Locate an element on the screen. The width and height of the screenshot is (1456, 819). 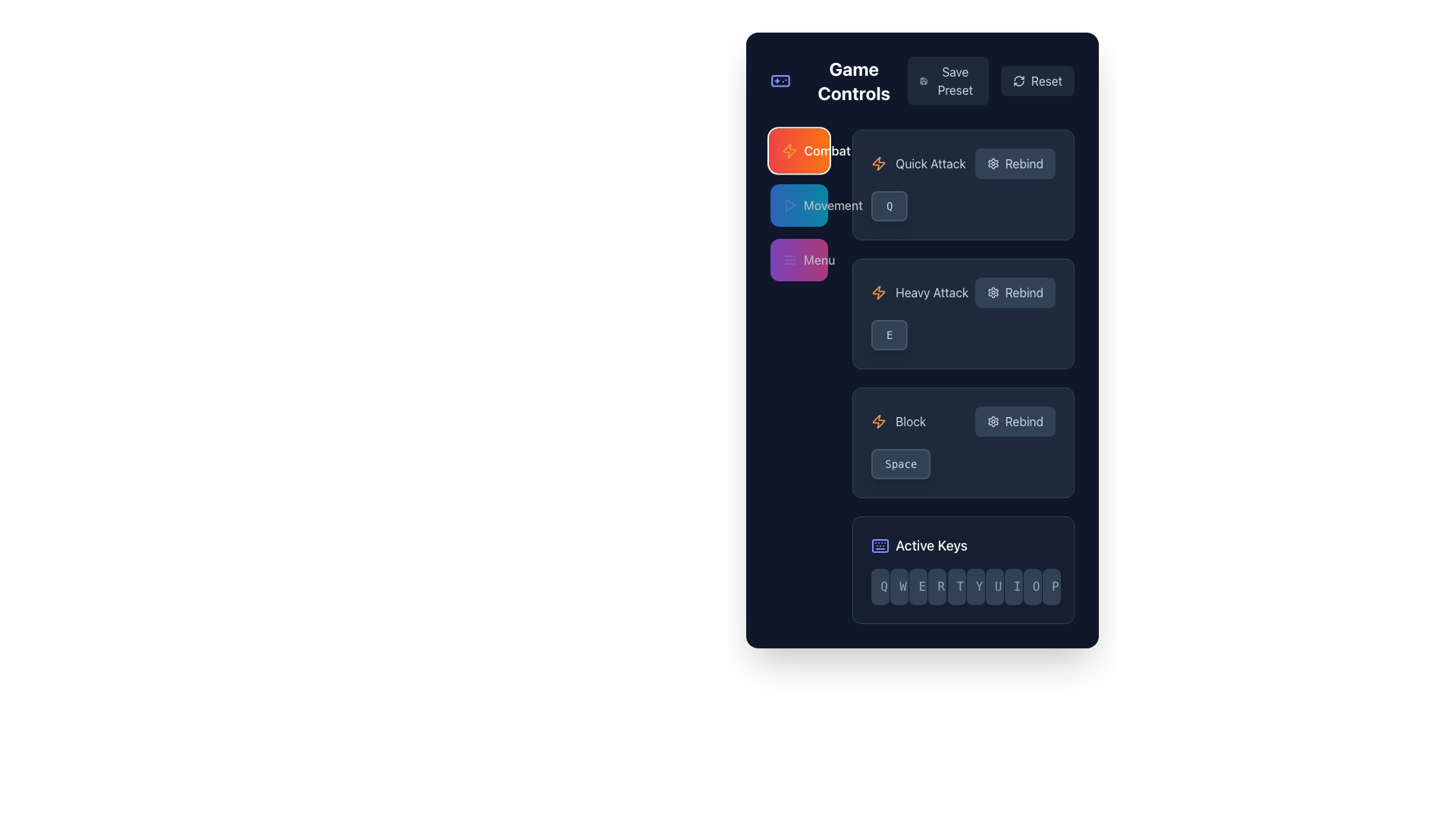
the button located below 'Combat' (orange) and 'Movement' (blue) in the vertical list to receive additional visual feedback is located at coordinates (808, 259).